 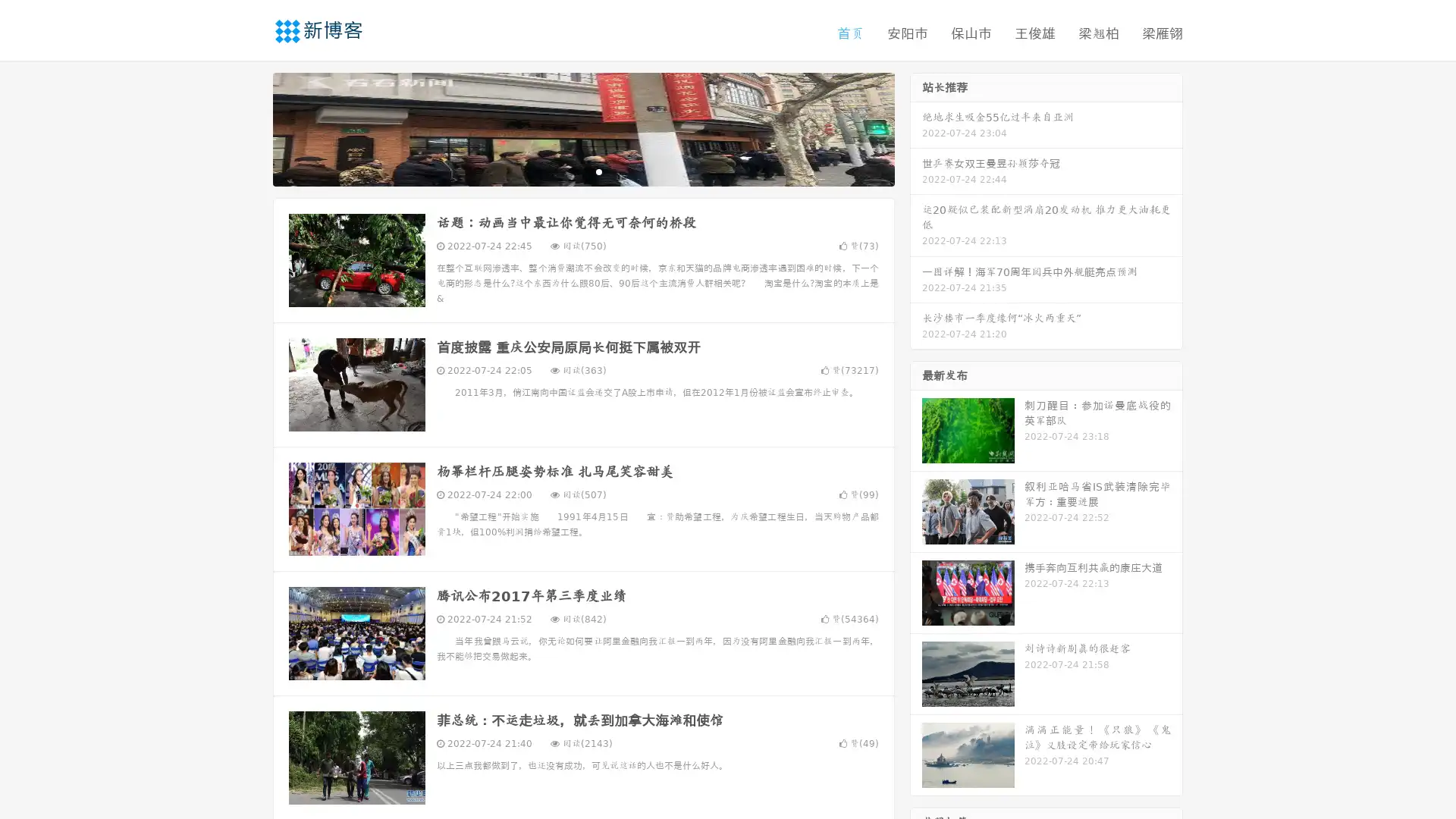 What do you see at coordinates (916, 127) in the screenshot?
I see `Next slide` at bounding box center [916, 127].